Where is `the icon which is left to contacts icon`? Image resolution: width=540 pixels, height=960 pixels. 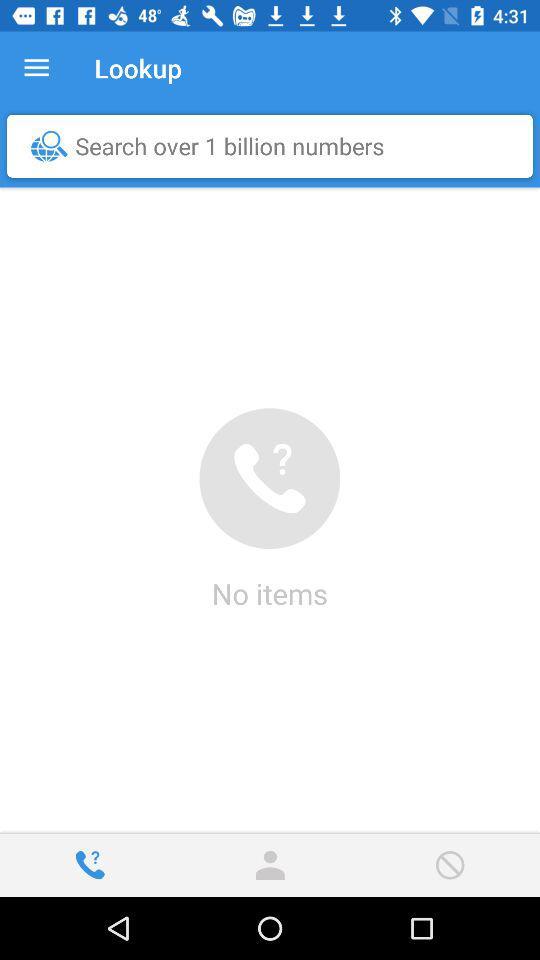 the icon which is left to contacts icon is located at coordinates (89, 864).